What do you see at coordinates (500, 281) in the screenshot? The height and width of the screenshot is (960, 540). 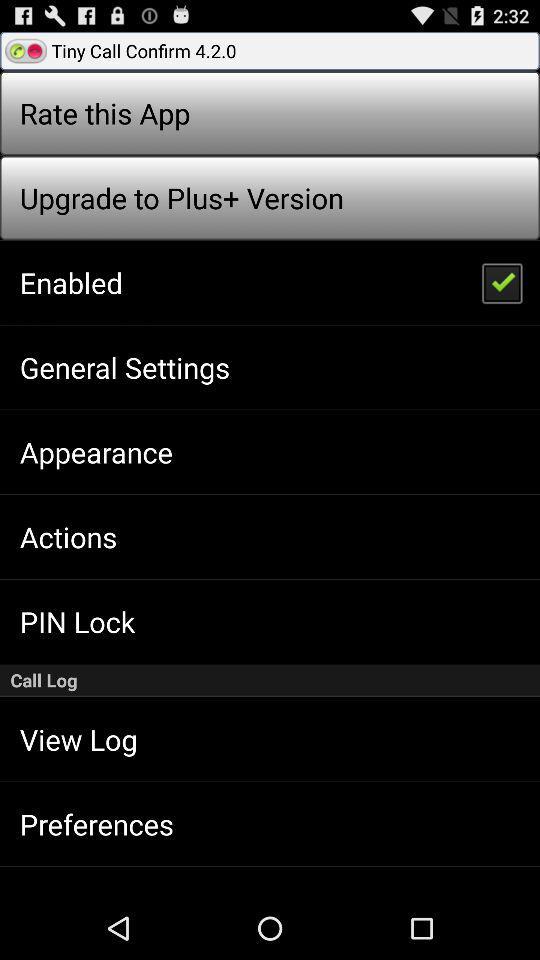 I see `the app below the tiny call confirm icon` at bounding box center [500, 281].